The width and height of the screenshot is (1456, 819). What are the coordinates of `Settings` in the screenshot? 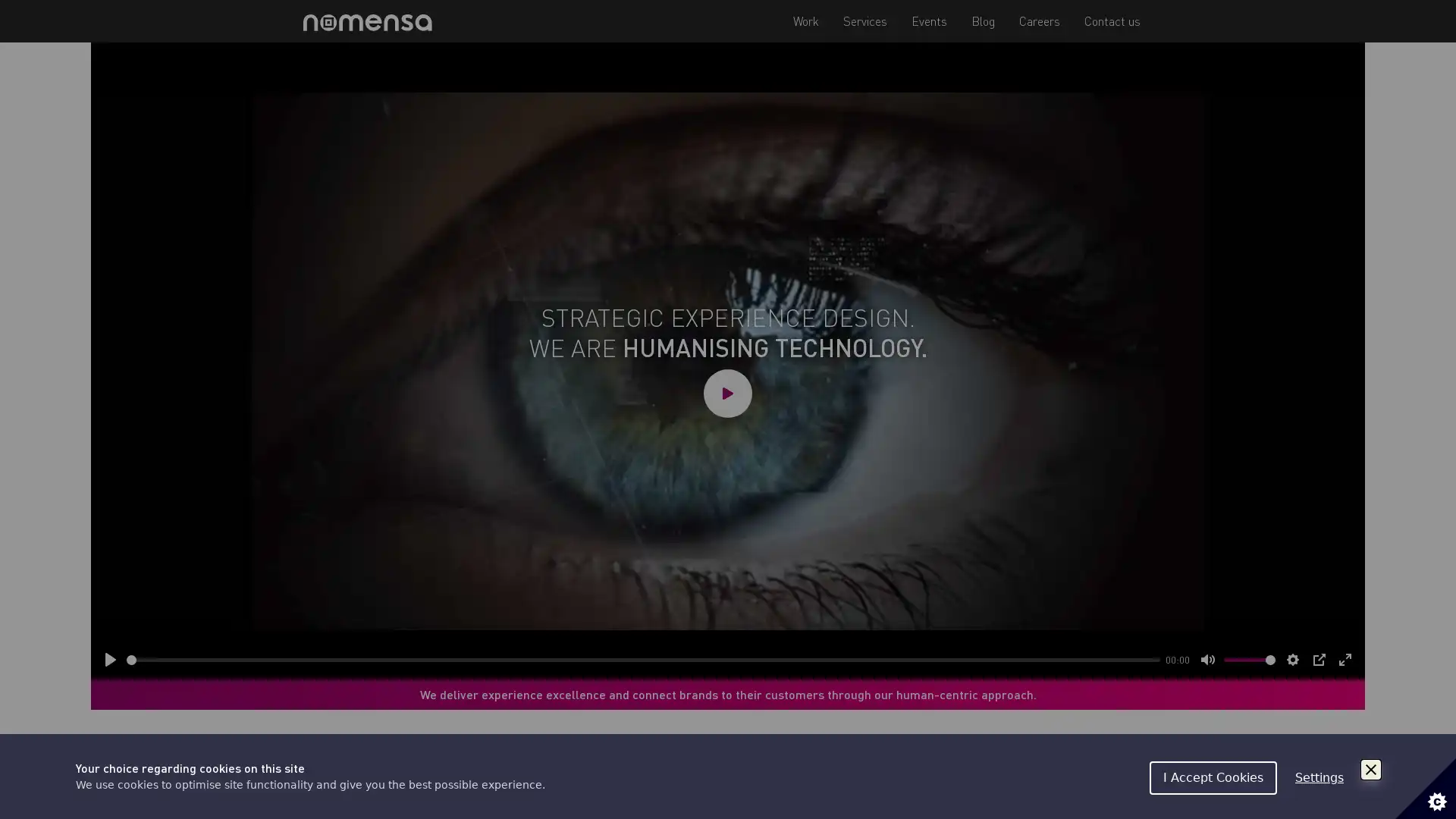 It's located at (1318, 778).